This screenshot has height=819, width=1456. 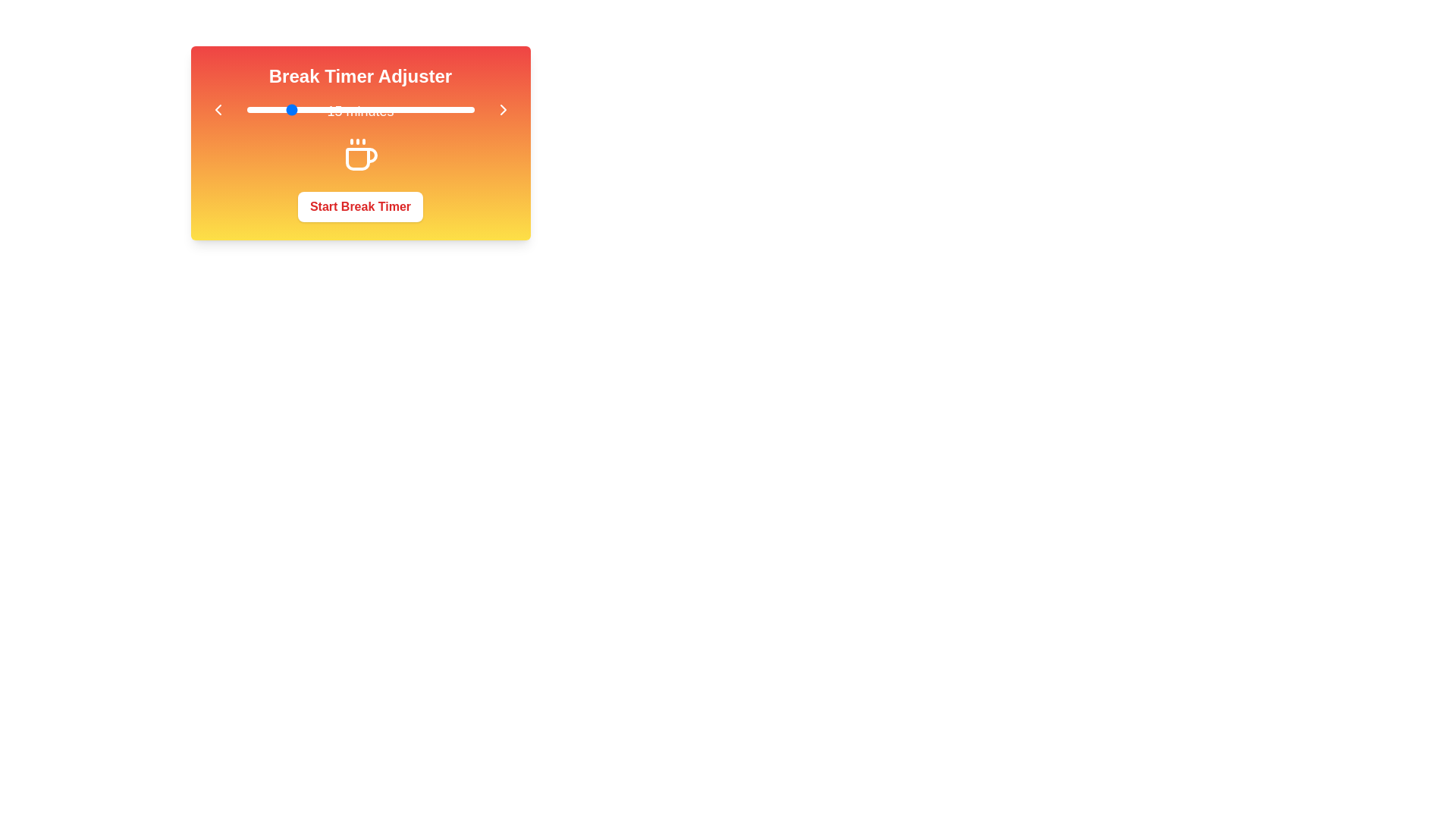 I want to click on the slider to set the break duration to 27 minutes, so click(x=337, y=109).